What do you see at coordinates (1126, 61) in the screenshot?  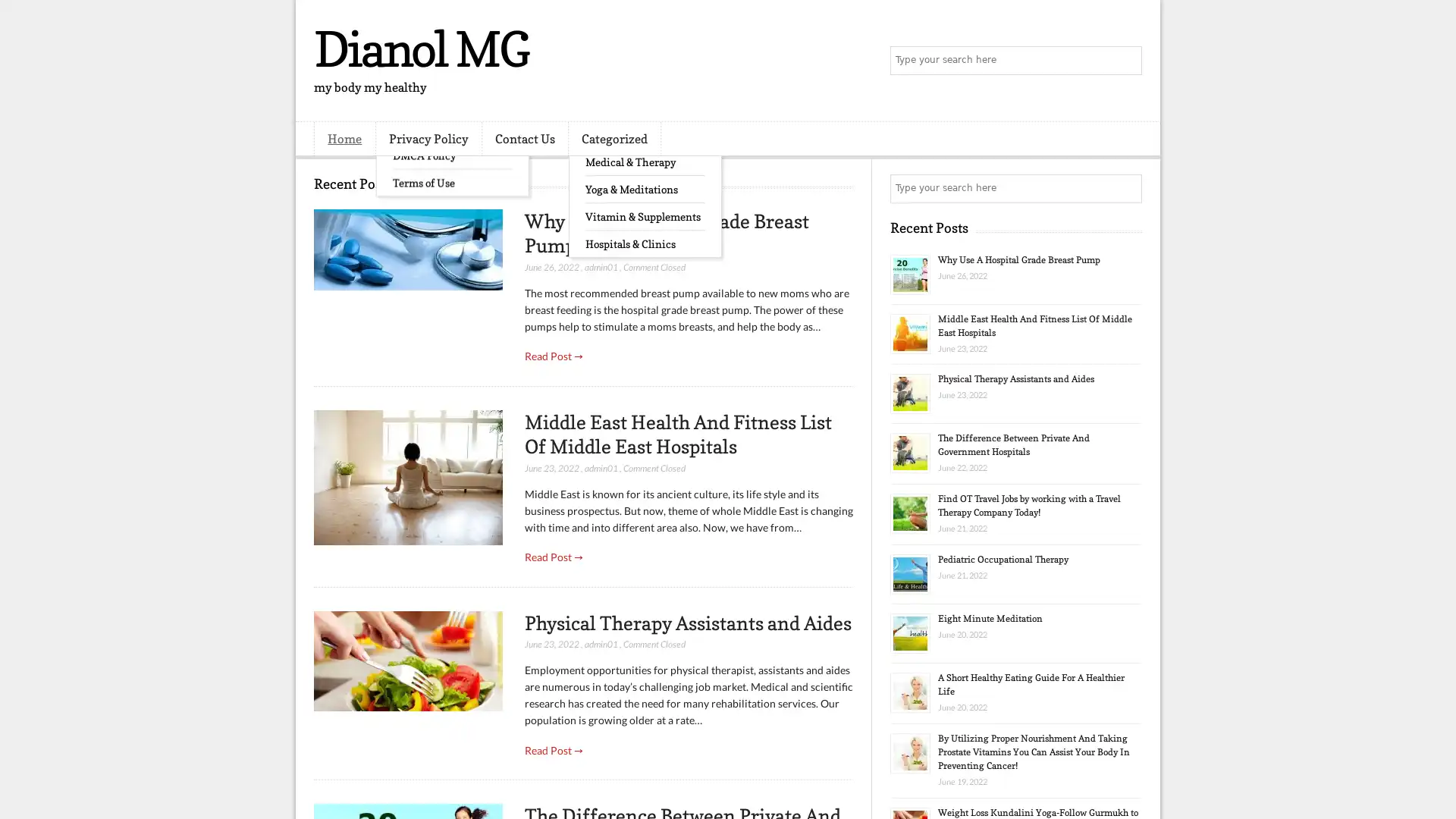 I see `Search` at bounding box center [1126, 61].